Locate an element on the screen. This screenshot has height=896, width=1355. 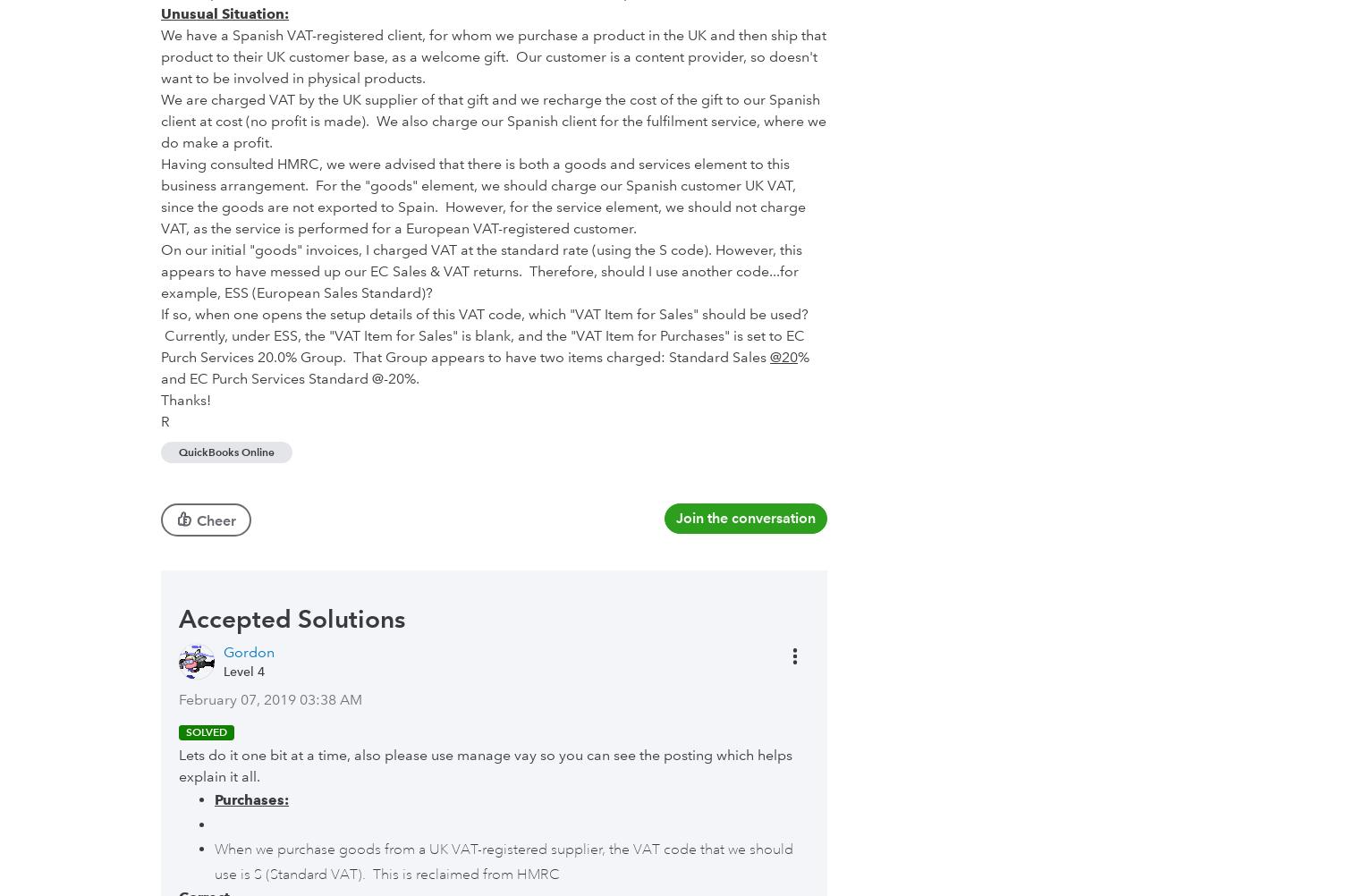
'Lets do it one bit at a time, also please use manage vay so you can see the posting which helps explain it all.' is located at coordinates (484, 765).